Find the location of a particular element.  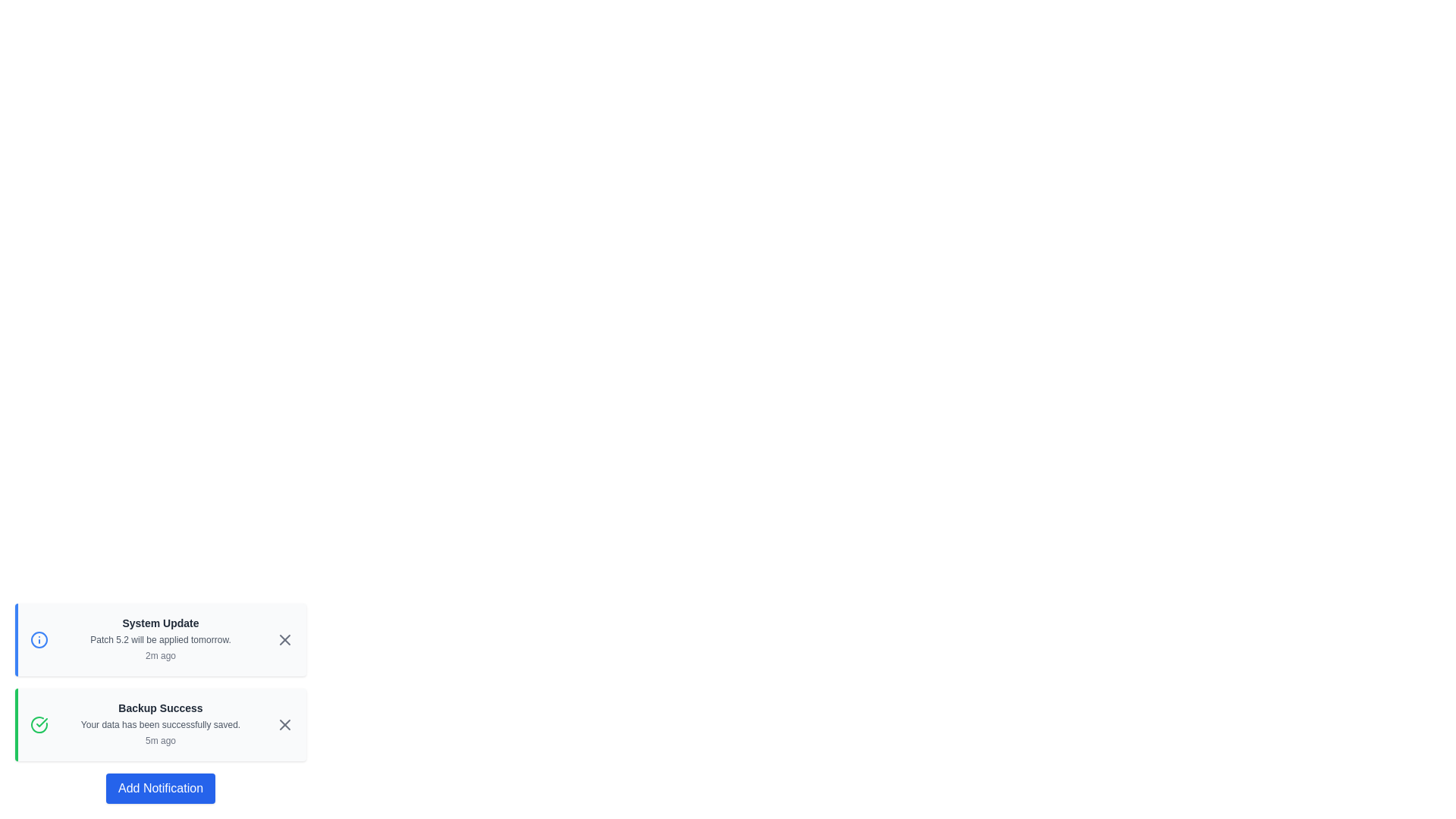

'Add Notification' button to add a new notification is located at coordinates (160, 788).